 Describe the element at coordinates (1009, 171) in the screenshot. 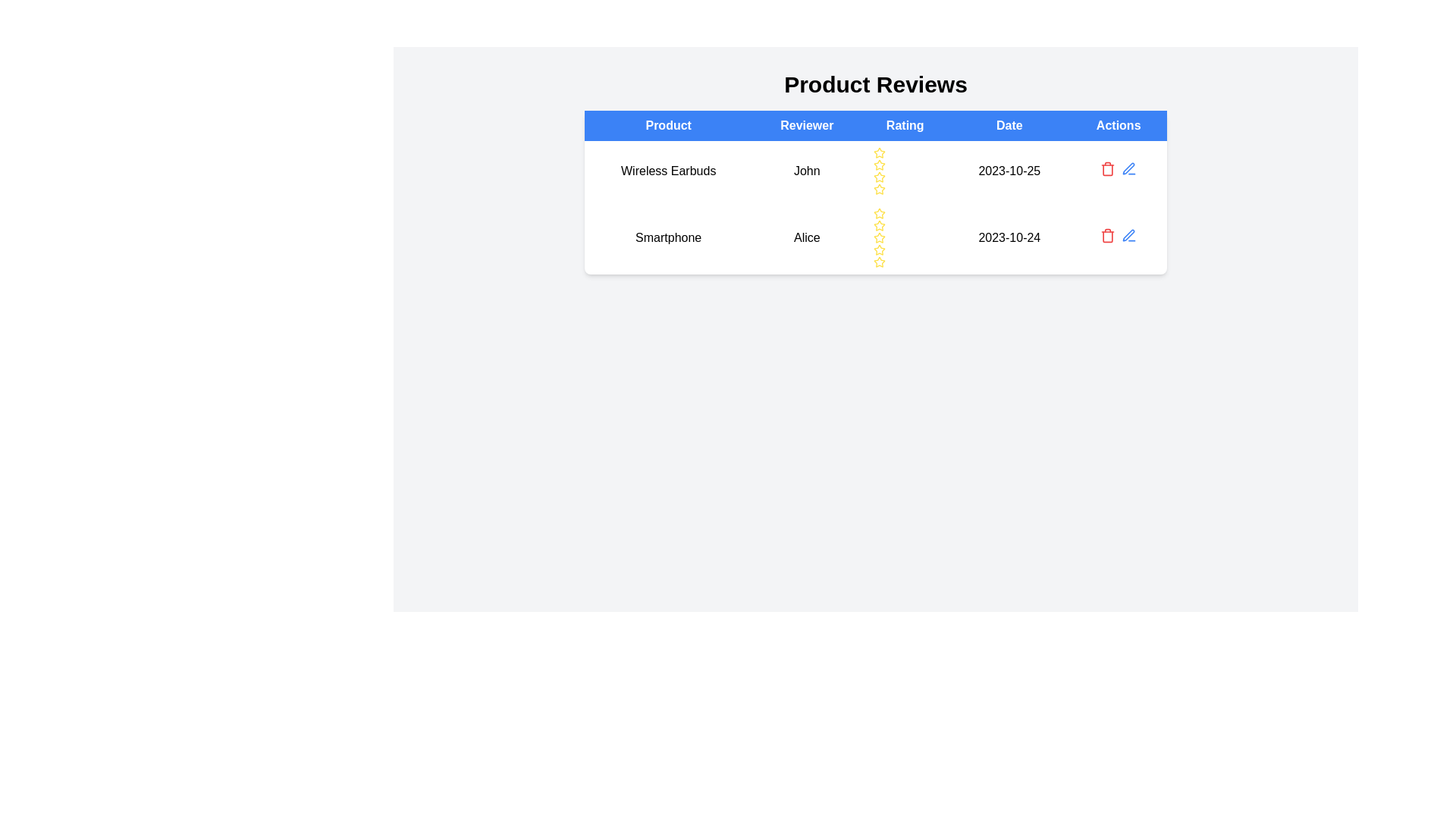

I see `the text label displaying the date in the second row of the product reviews table, located under the 'Date' column` at that location.